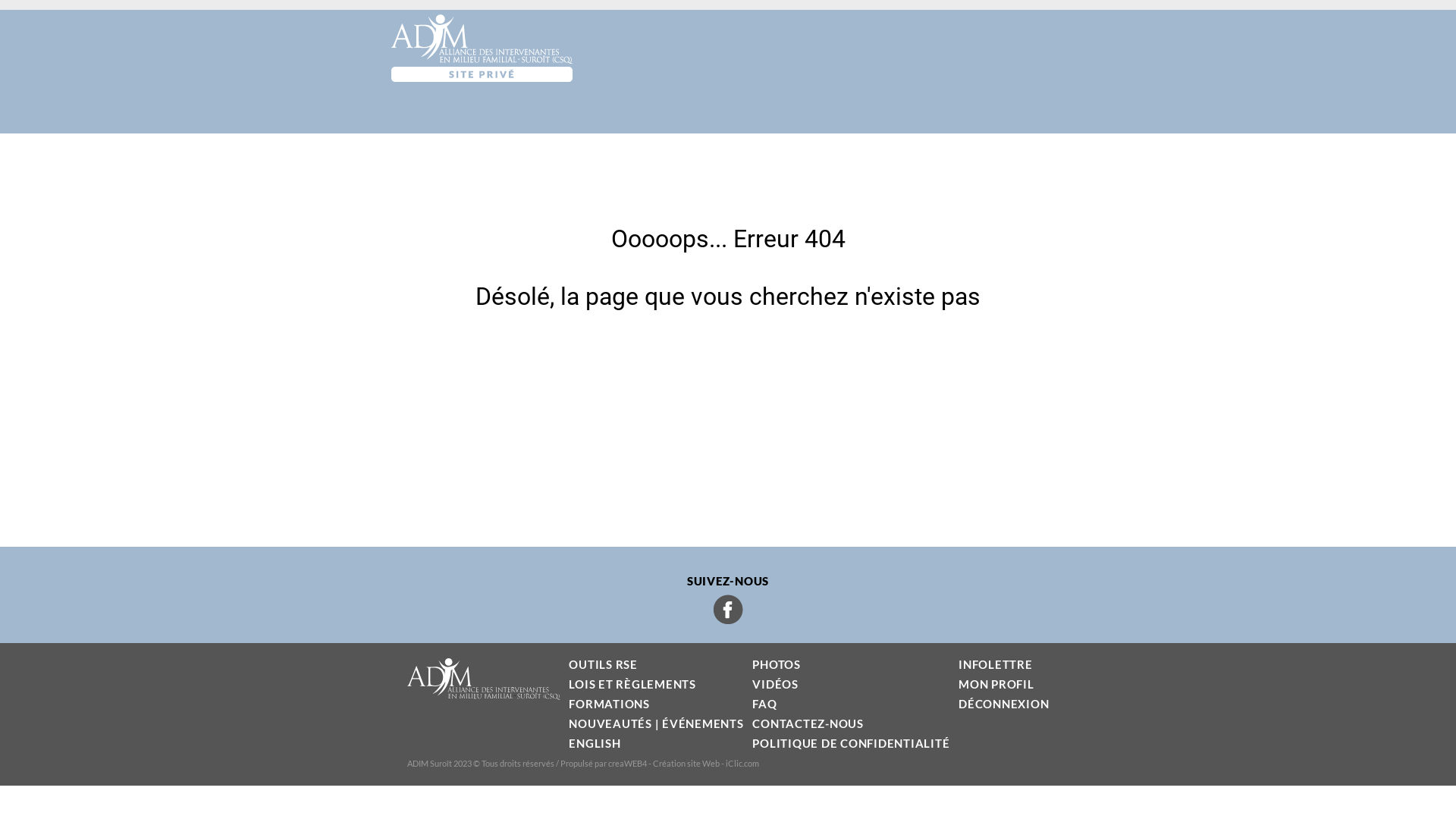  Describe the element at coordinates (776, 663) in the screenshot. I see `'PHOTOS'` at that location.